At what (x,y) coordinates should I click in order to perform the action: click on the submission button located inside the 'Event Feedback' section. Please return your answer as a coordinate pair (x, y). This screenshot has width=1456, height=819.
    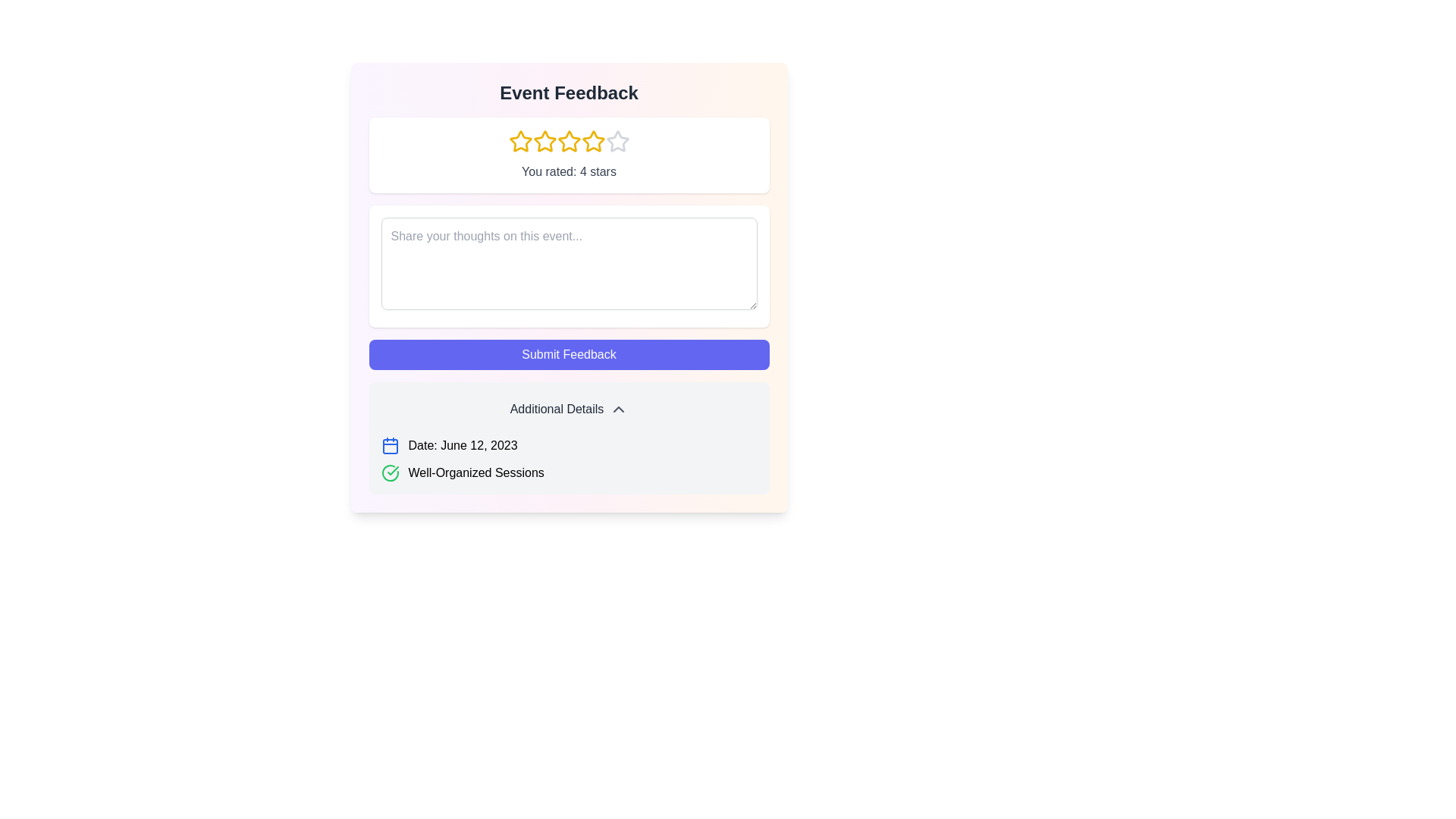
    Looking at the image, I should click on (568, 354).